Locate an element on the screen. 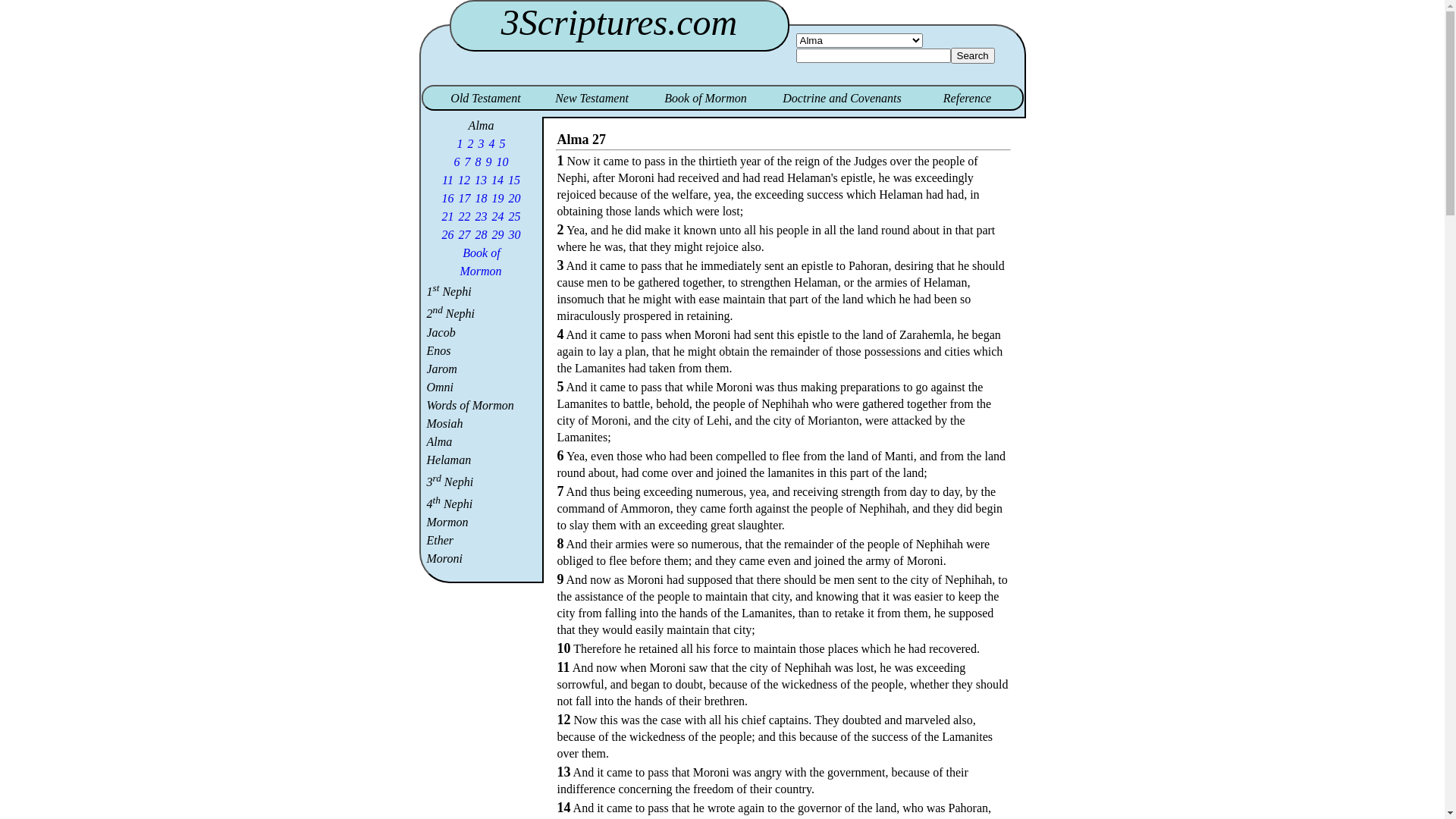  '1' is located at coordinates (459, 143).